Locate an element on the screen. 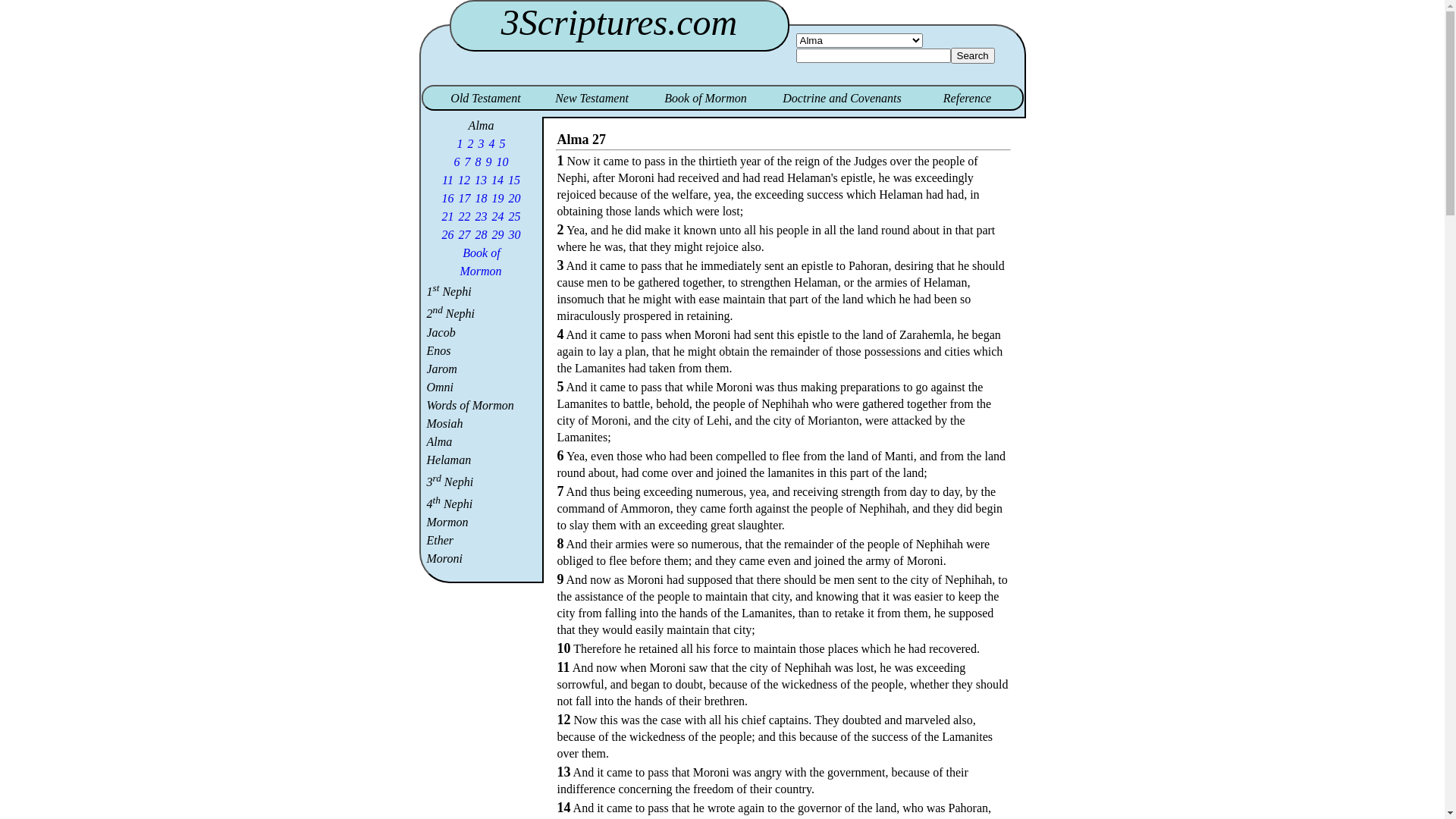  '1' is located at coordinates (459, 143).